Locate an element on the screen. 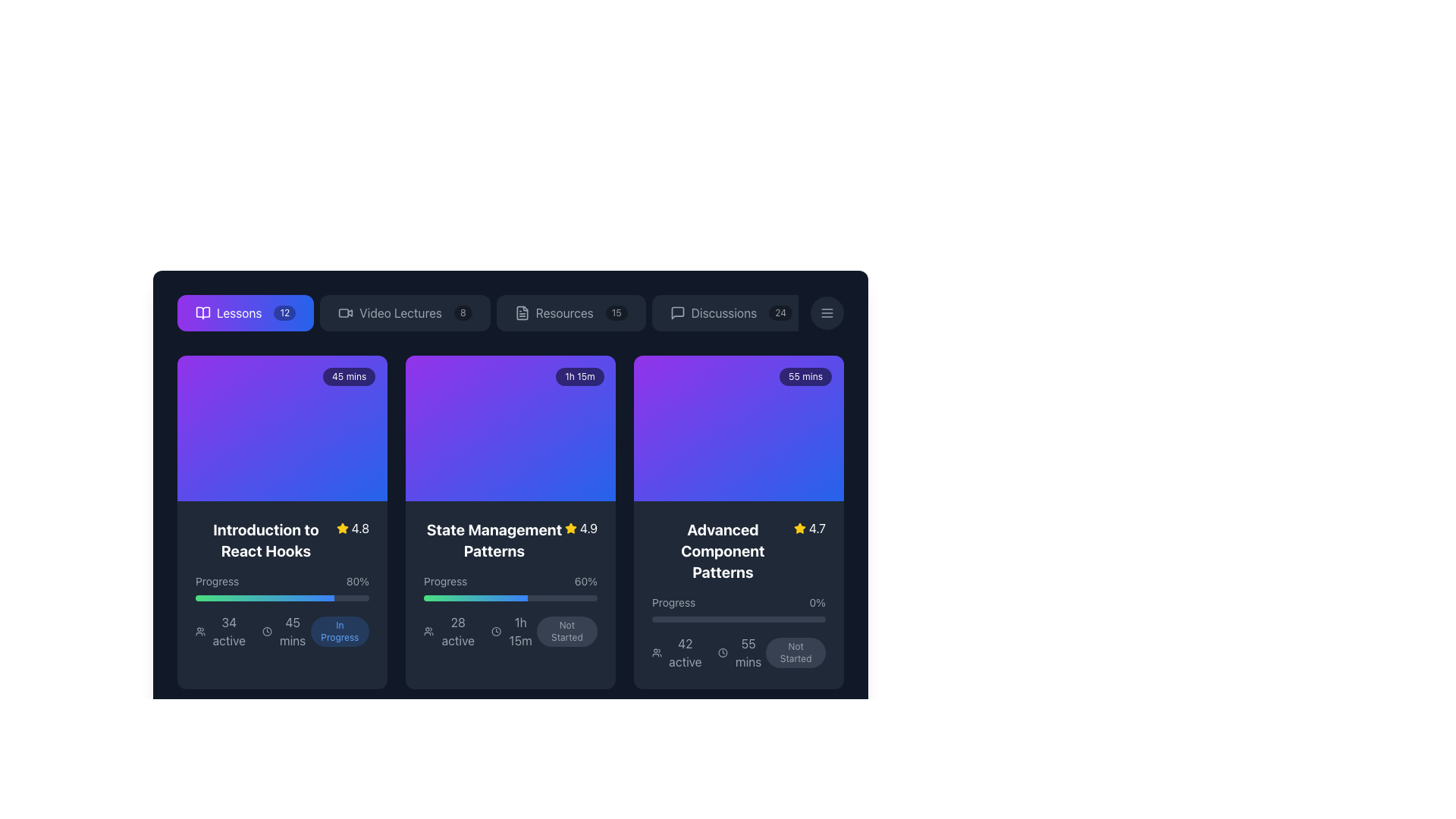 The width and height of the screenshot is (1456, 819). the course module card, which is the middle card in a horizontal row of three is located at coordinates (510, 428).